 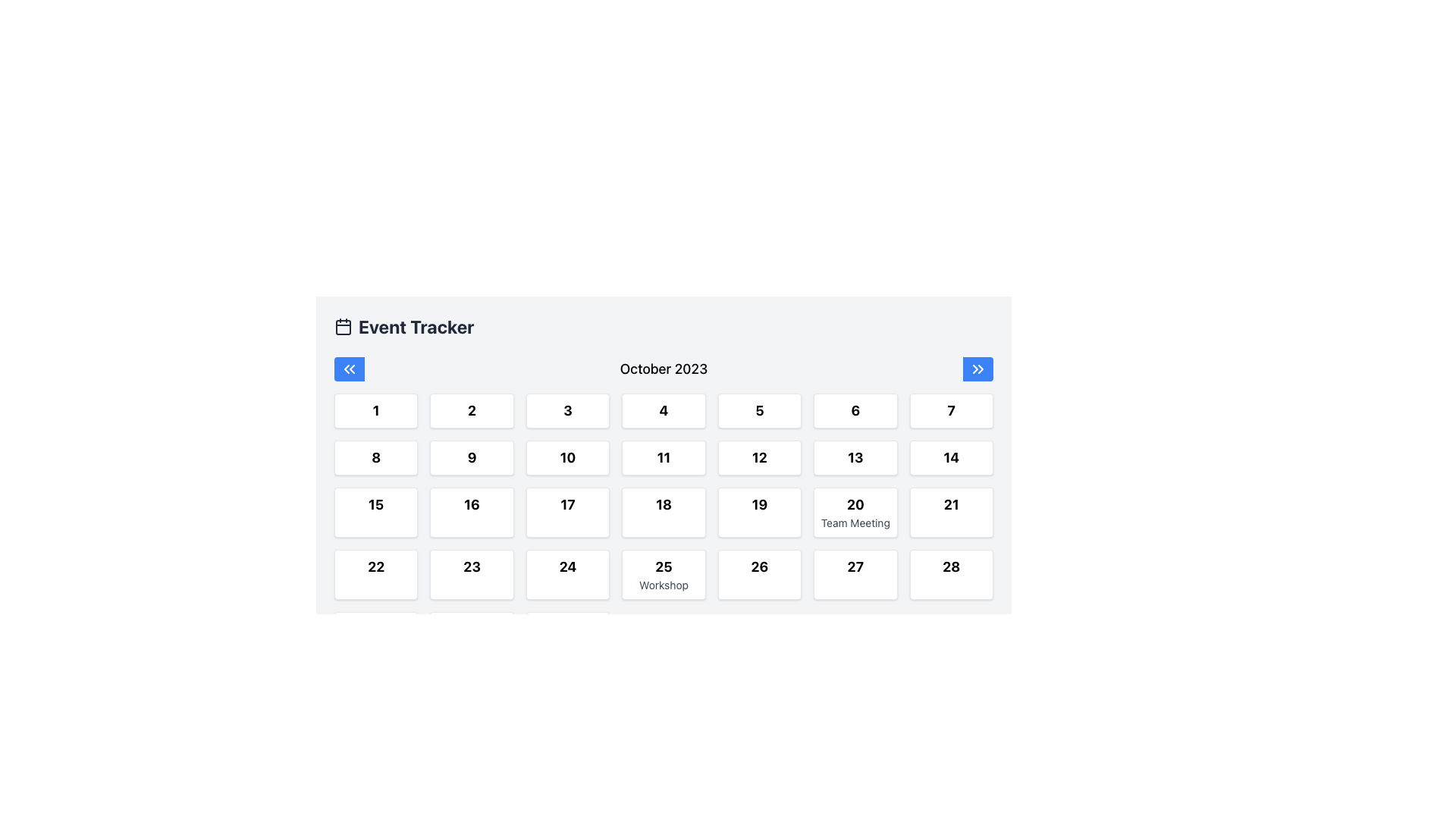 What do you see at coordinates (376, 575) in the screenshot?
I see `the selectable date button for 22nd October 2023 in the Event Tracker calendar interface` at bounding box center [376, 575].